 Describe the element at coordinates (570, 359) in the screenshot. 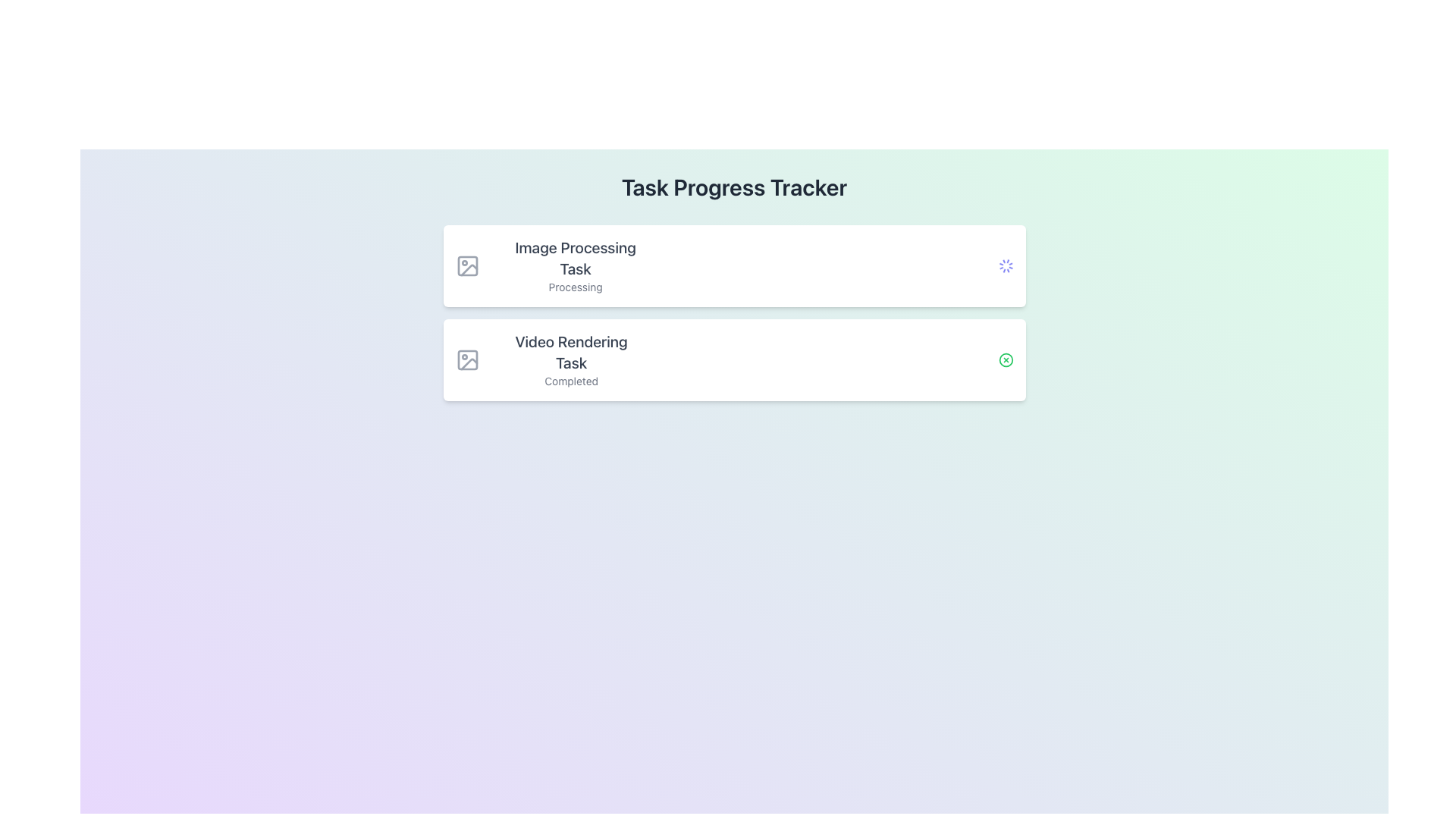

I see `the Text display element that shows 'Video Rendering Task' and 'Completed', which is located in the second card section of the 'Task Progress Tracker'` at that location.